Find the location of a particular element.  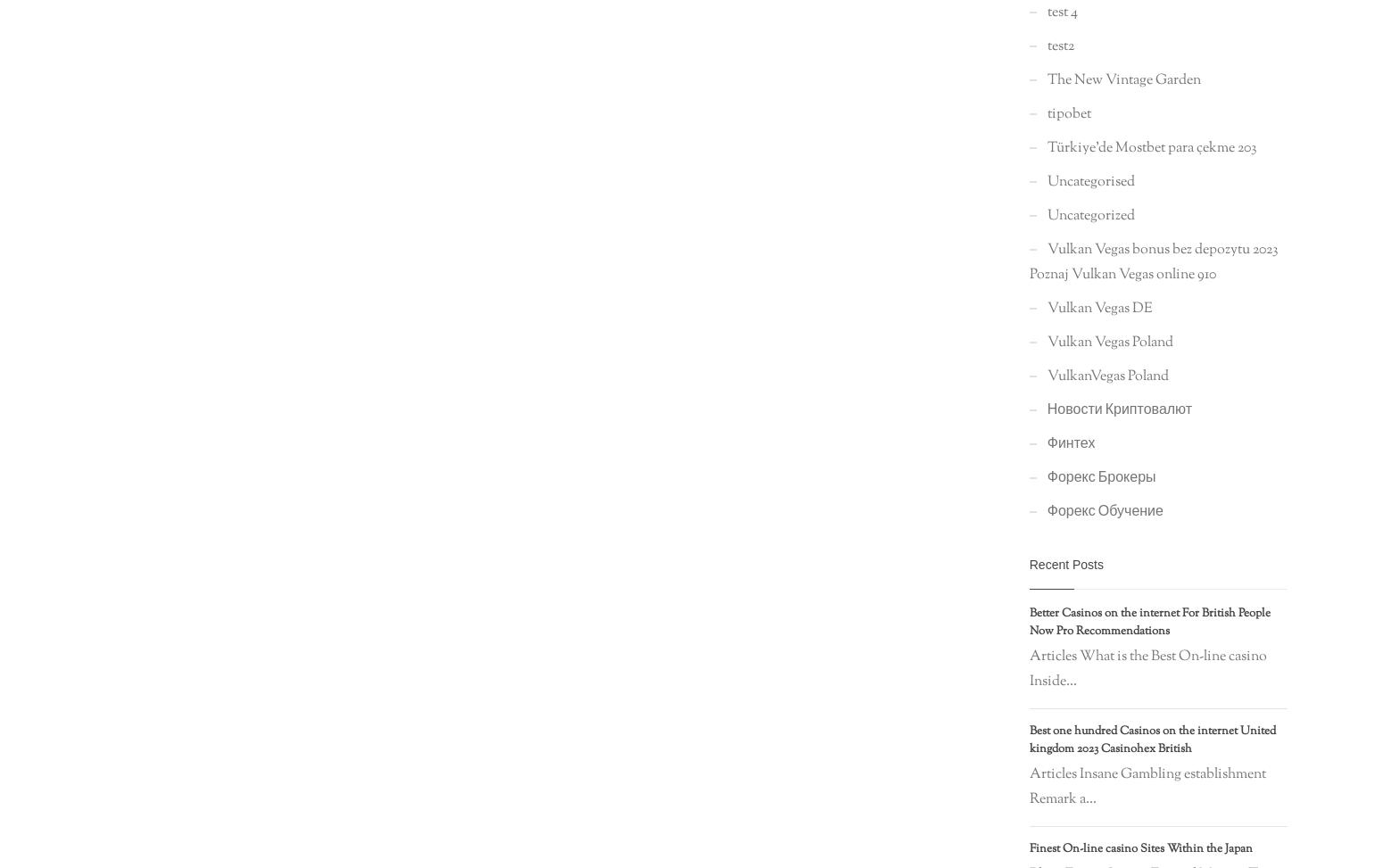

'Better Casinos on the internet For British People Now Pro Recommendations' is located at coordinates (1148, 623).